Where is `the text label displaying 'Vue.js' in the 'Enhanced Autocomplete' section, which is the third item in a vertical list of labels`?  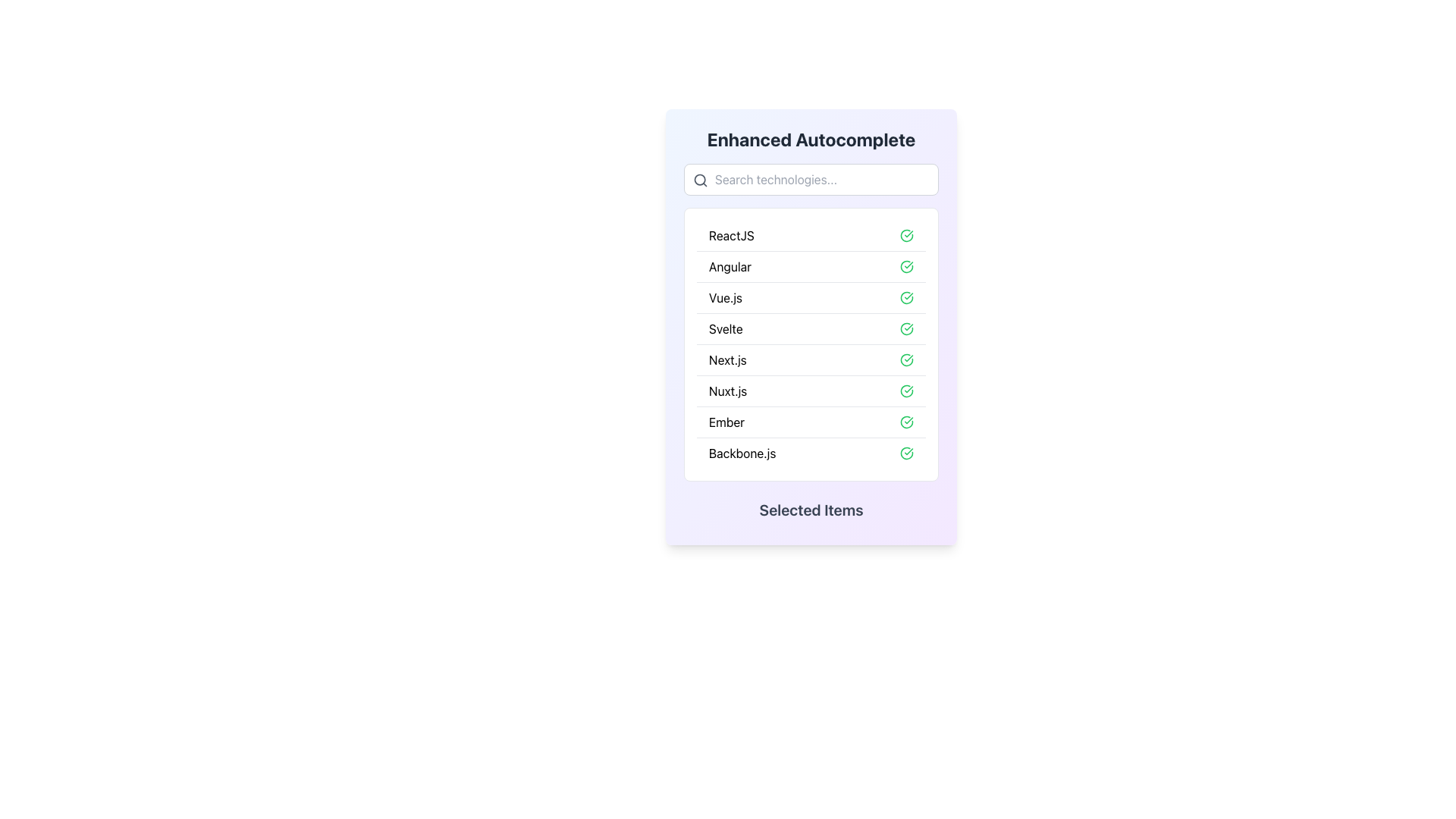
the text label displaying 'Vue.js' in the 'Enhanced Autocomplete' section, which is the third item in a vertical list of labels is located at coordinates (725, 298).